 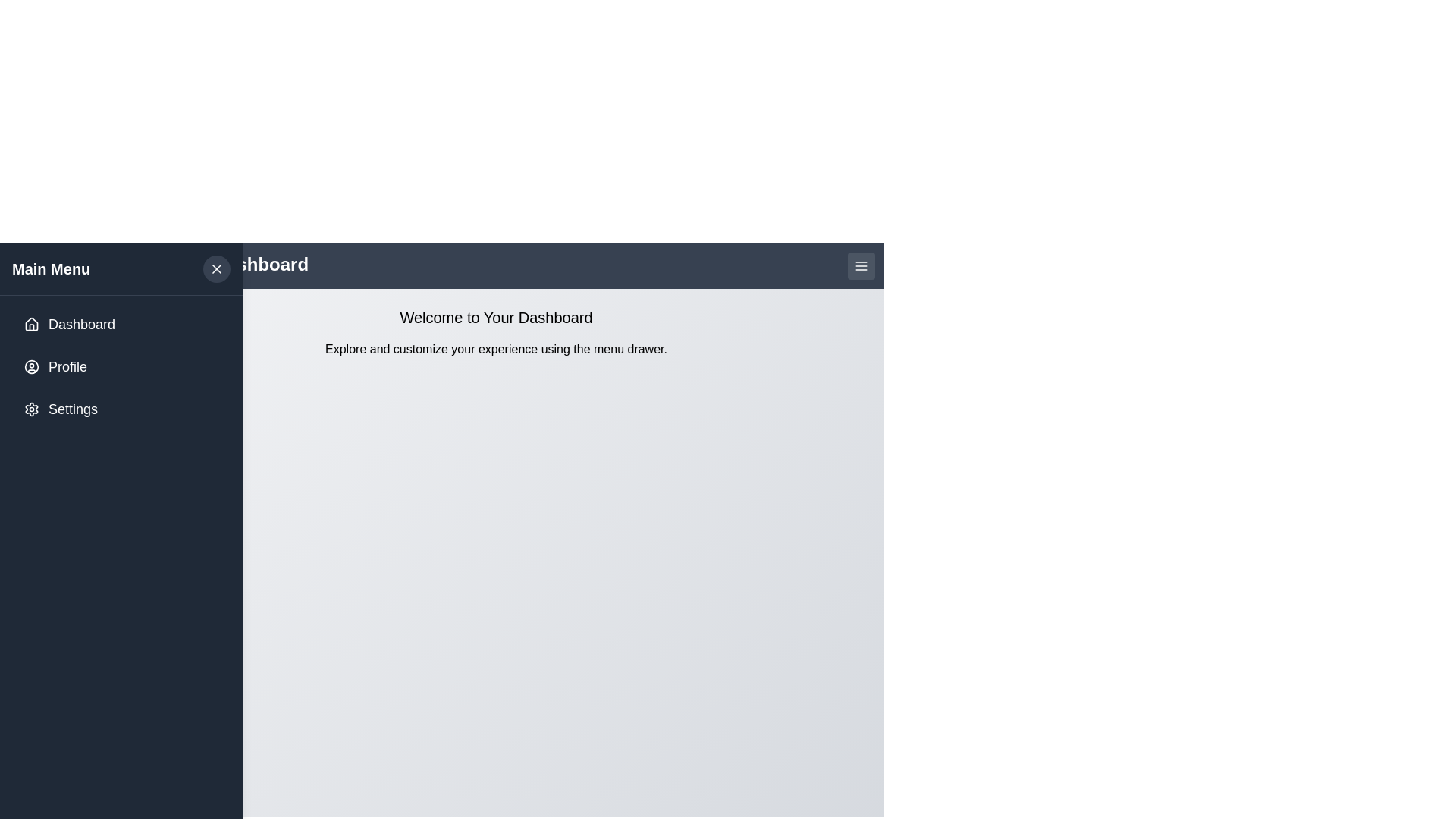 What do you see at coordinates (32, 324) in the screenshot?
I see `the 'Dashboard' icon located at the top of the left sidebar, positioned to the left of the 'Dashboard' text label` at bounding box center [32, 324].